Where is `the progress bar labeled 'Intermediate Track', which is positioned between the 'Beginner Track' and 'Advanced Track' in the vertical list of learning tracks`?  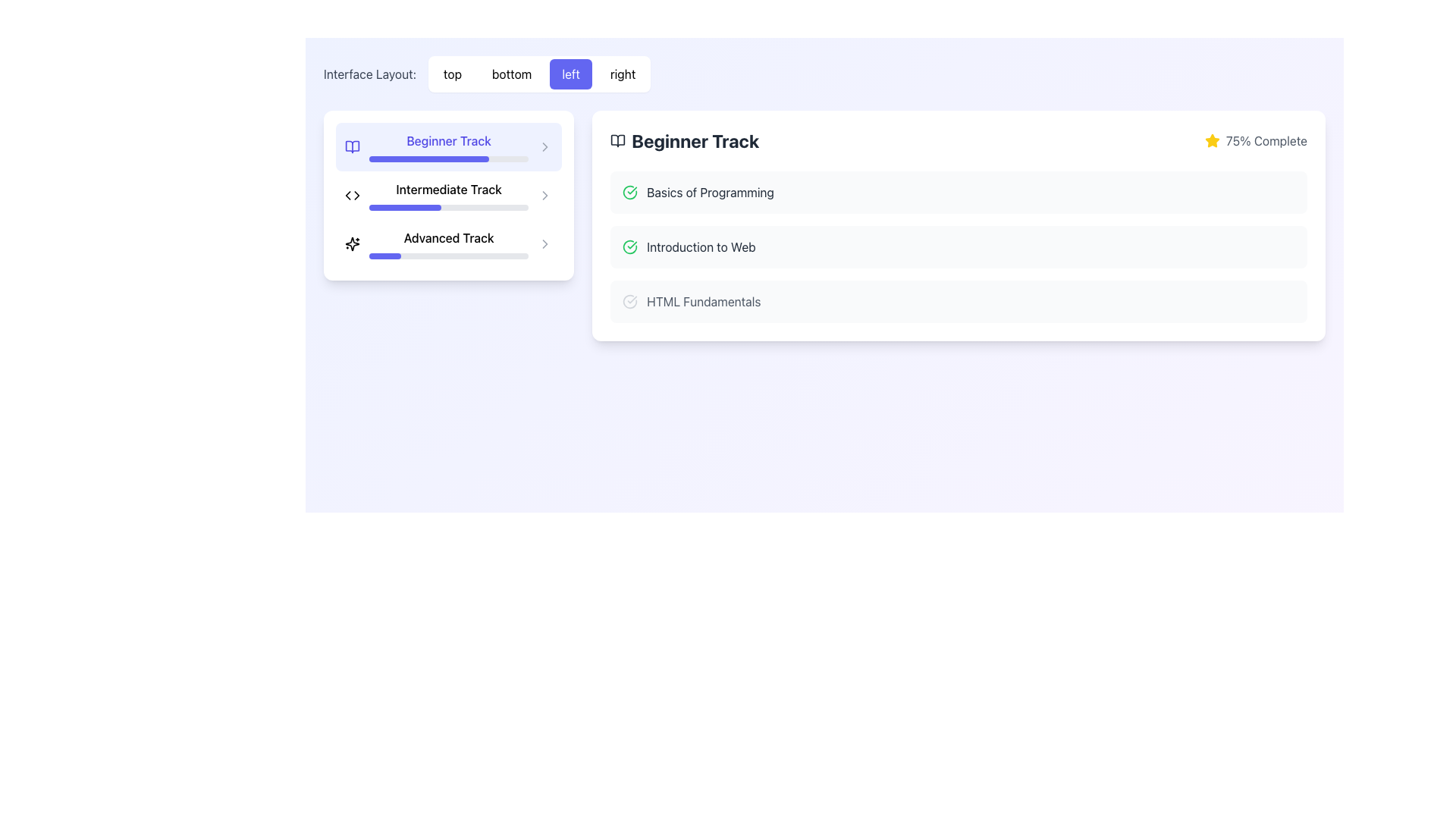
the progress bar labeled 'Intermediate Track', which is positioned between the 'Beginner Track' and 'Advanced Track' in the vertical list of learning tracks is located at coordinates (448, 195).